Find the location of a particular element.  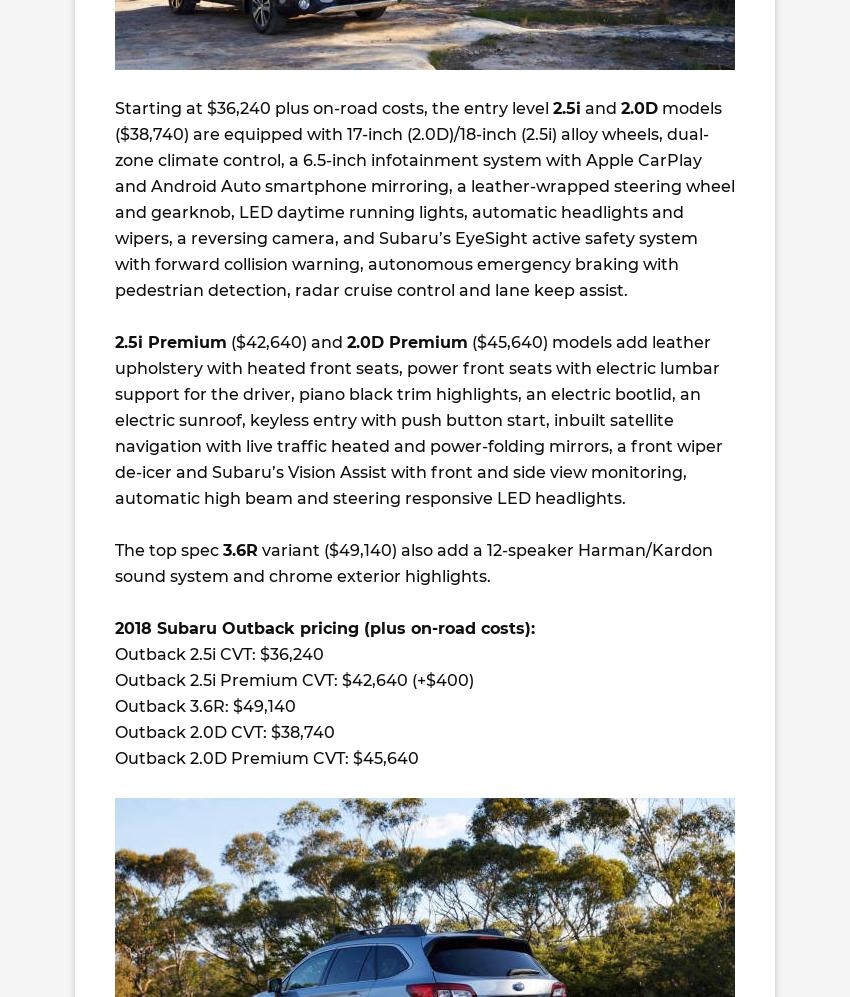

'The top spec' is located at coordinates (168, 550).